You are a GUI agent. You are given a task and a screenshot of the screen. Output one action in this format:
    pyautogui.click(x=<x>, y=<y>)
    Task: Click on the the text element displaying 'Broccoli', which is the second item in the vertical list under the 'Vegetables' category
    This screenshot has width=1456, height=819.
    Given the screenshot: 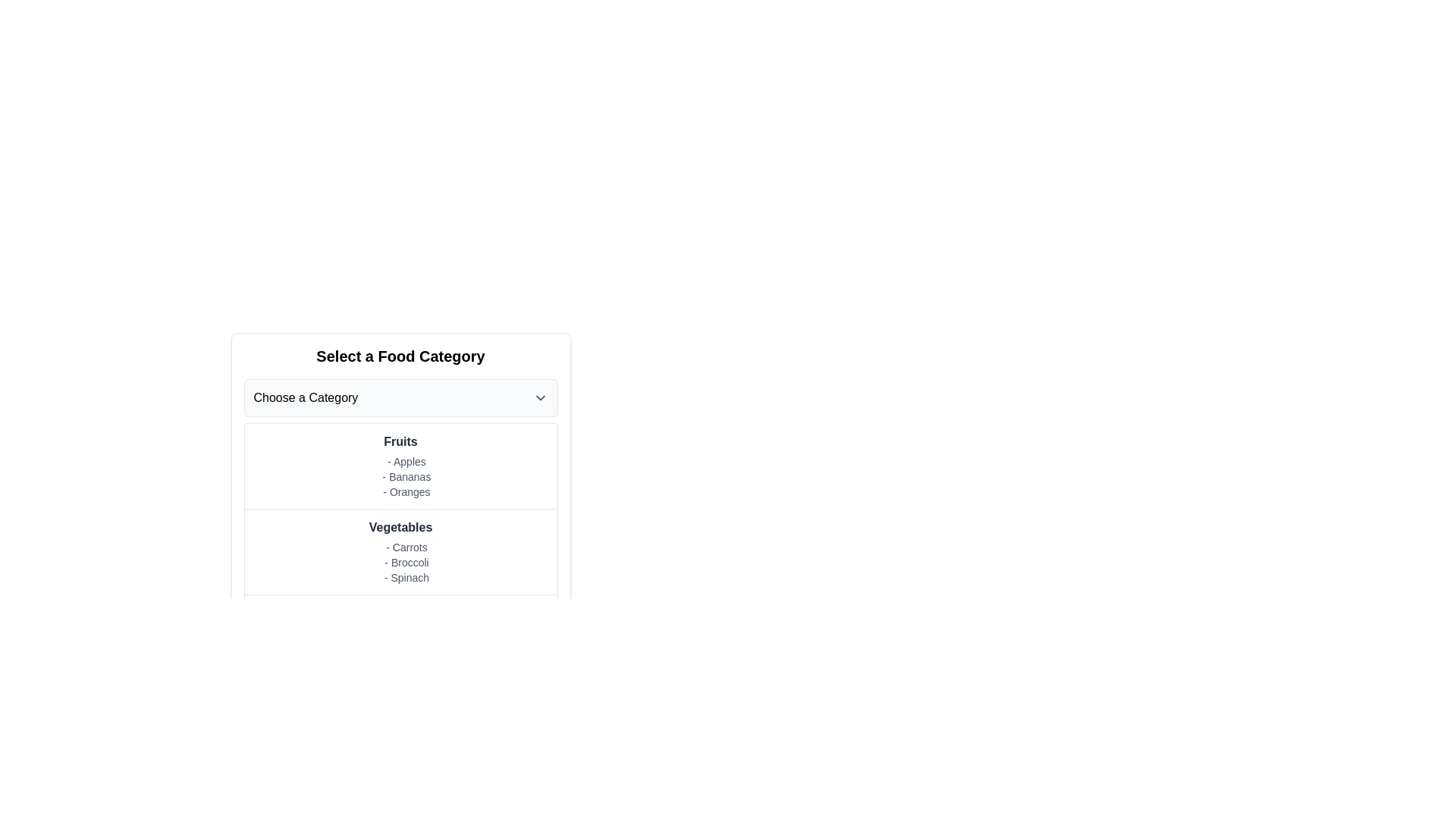 What is the action you would take?
    pyautogui.click(x=406, y=562)
    